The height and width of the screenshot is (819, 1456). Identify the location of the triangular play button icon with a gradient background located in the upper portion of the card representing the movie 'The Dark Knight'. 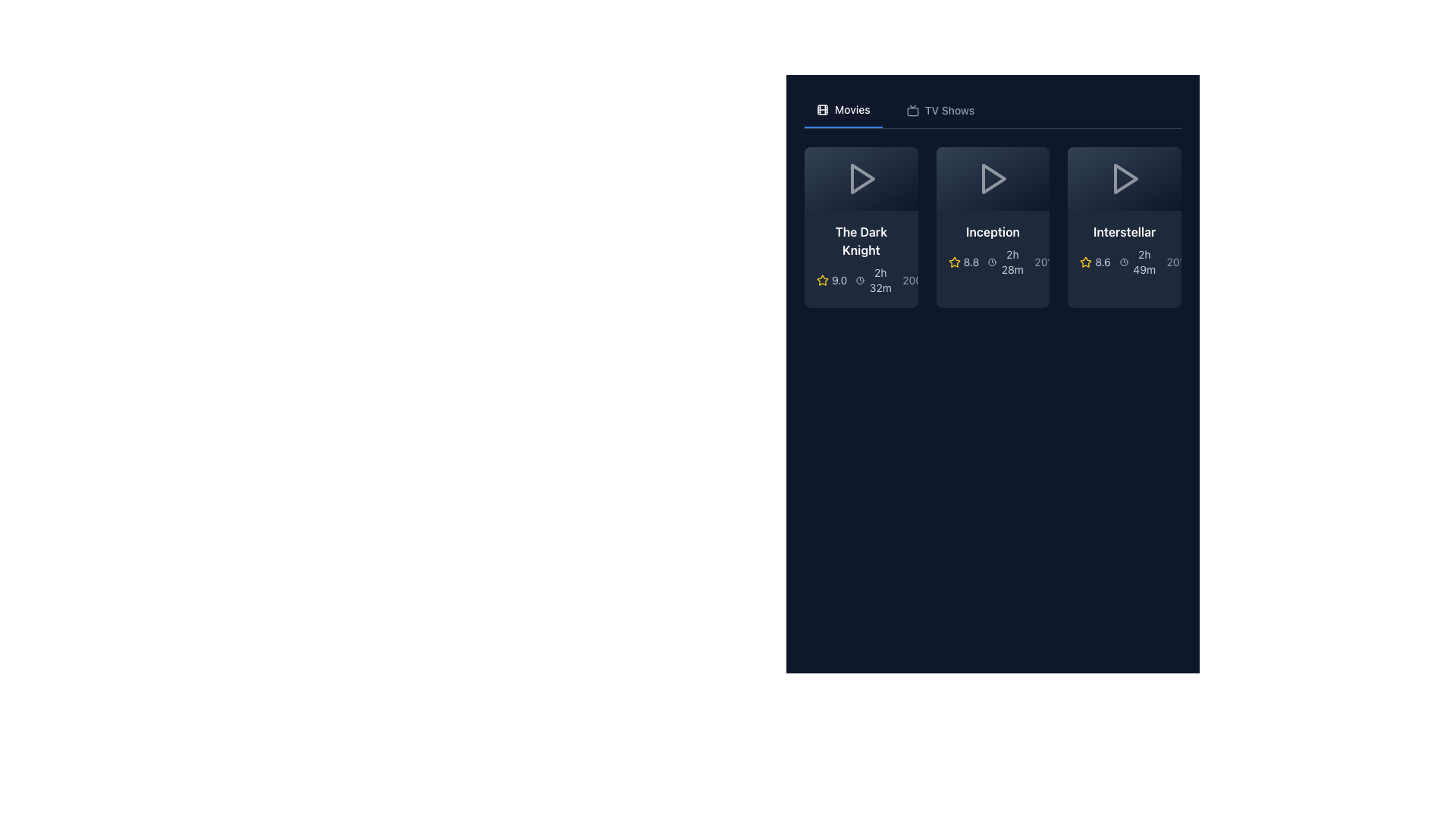
(861, 178).